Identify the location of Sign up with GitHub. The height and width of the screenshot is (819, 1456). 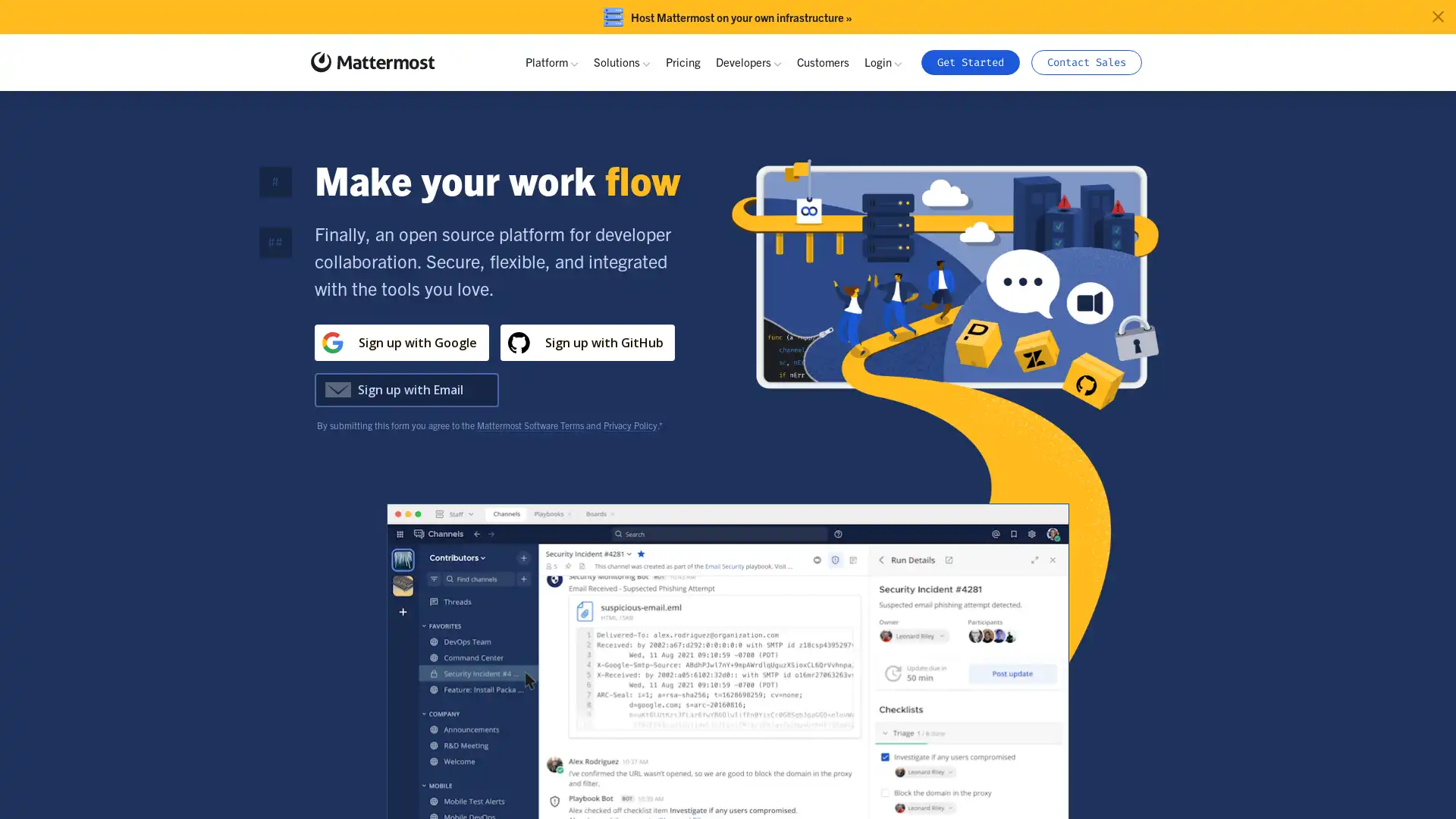
(585, 342).